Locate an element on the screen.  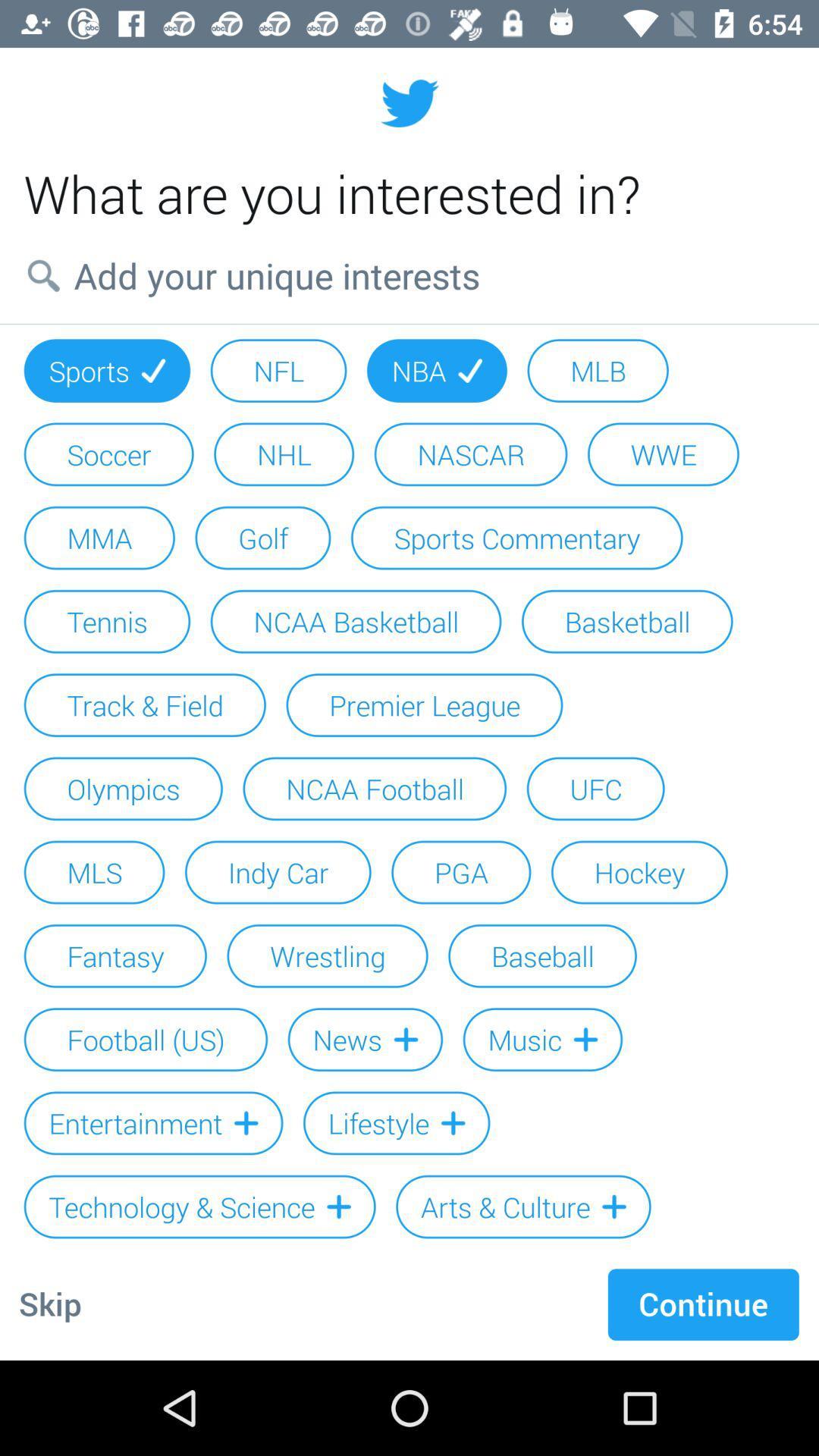
the item next to the nhl item is located at coordinates (108, 453).